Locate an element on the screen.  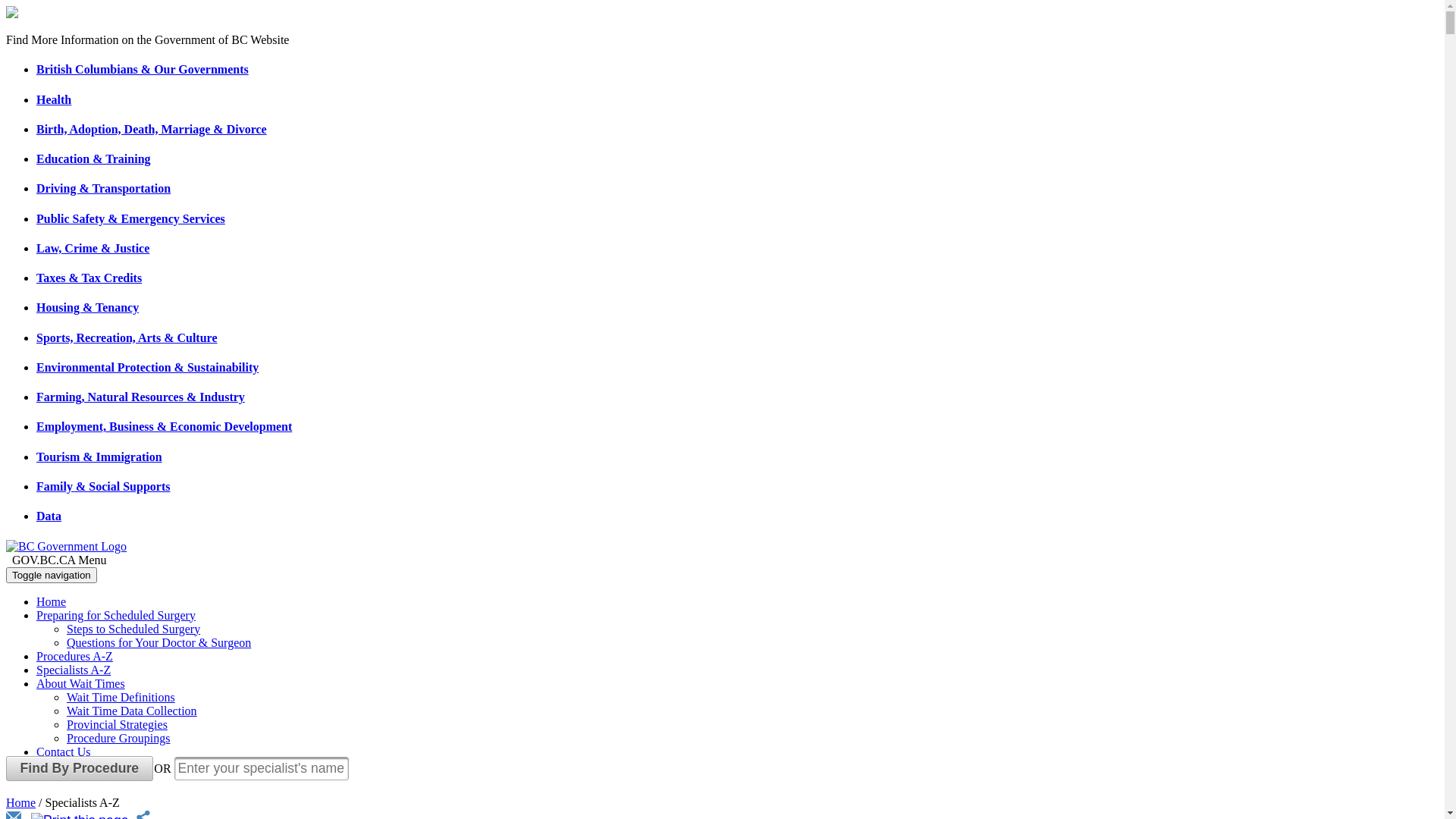
'Contact Us' is located at coordinates (36, 752).